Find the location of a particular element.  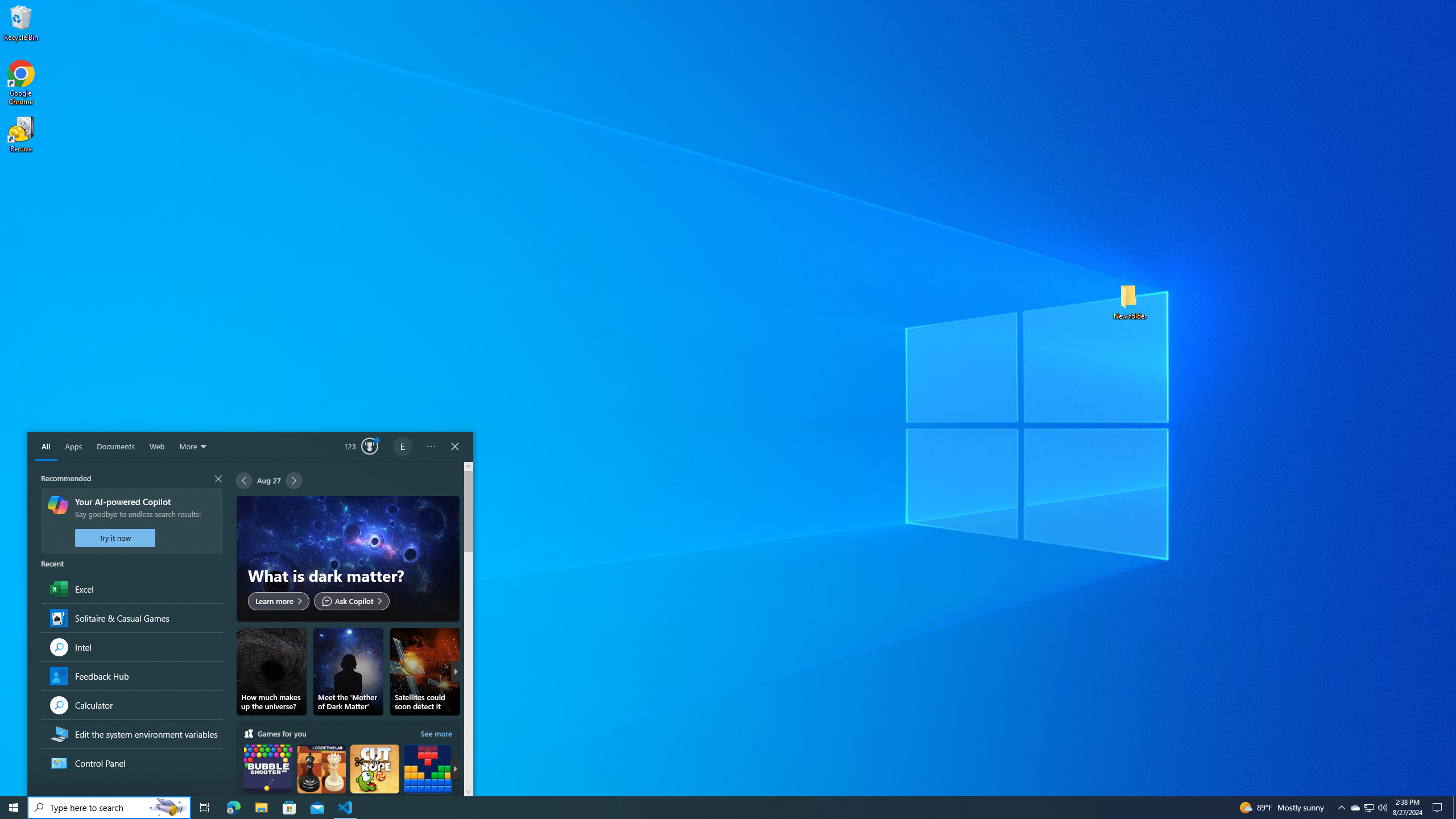

'What is dark matter?' is located at coordinates (348, 558).